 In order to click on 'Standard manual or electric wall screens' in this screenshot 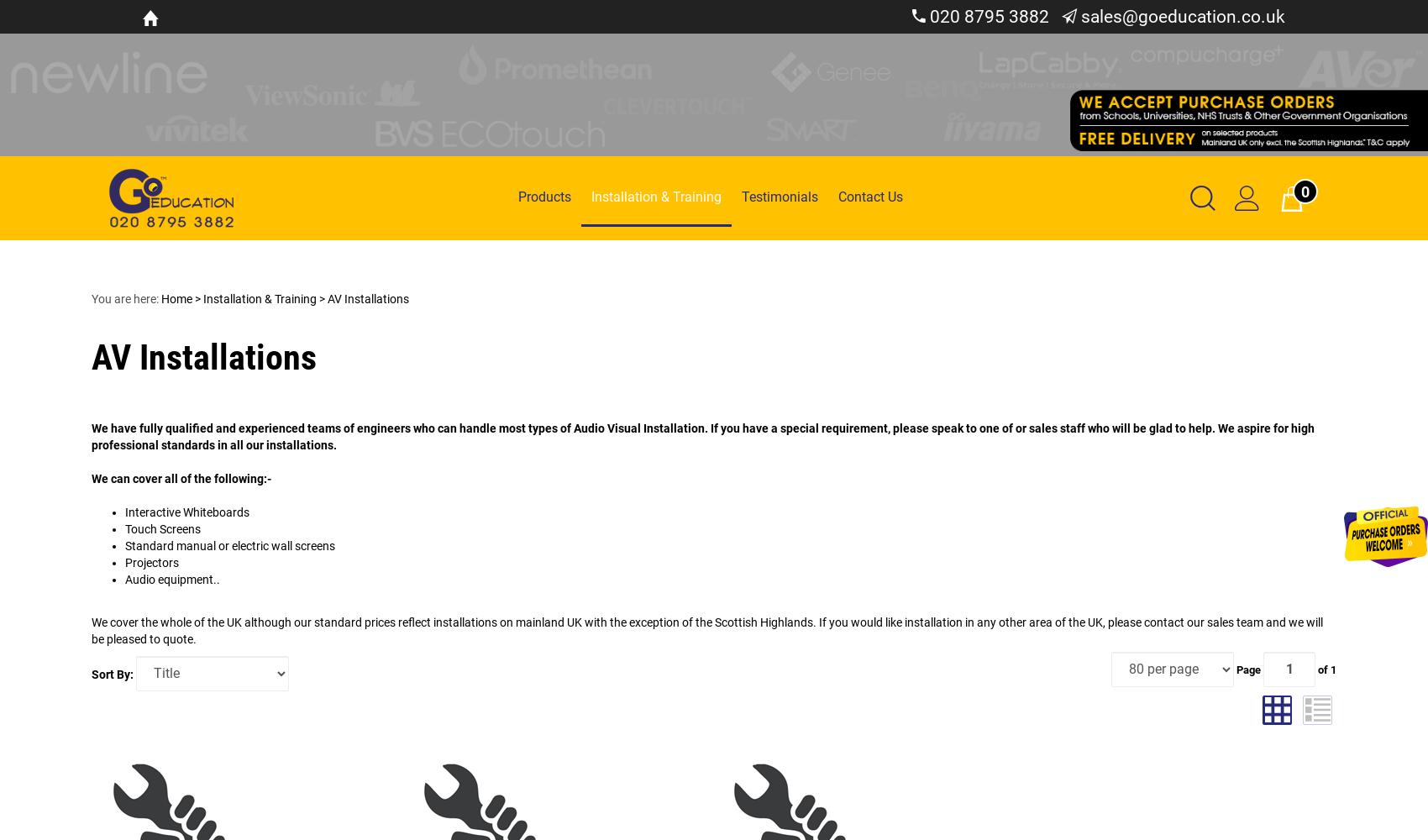, I will do `click(230, 545)`.